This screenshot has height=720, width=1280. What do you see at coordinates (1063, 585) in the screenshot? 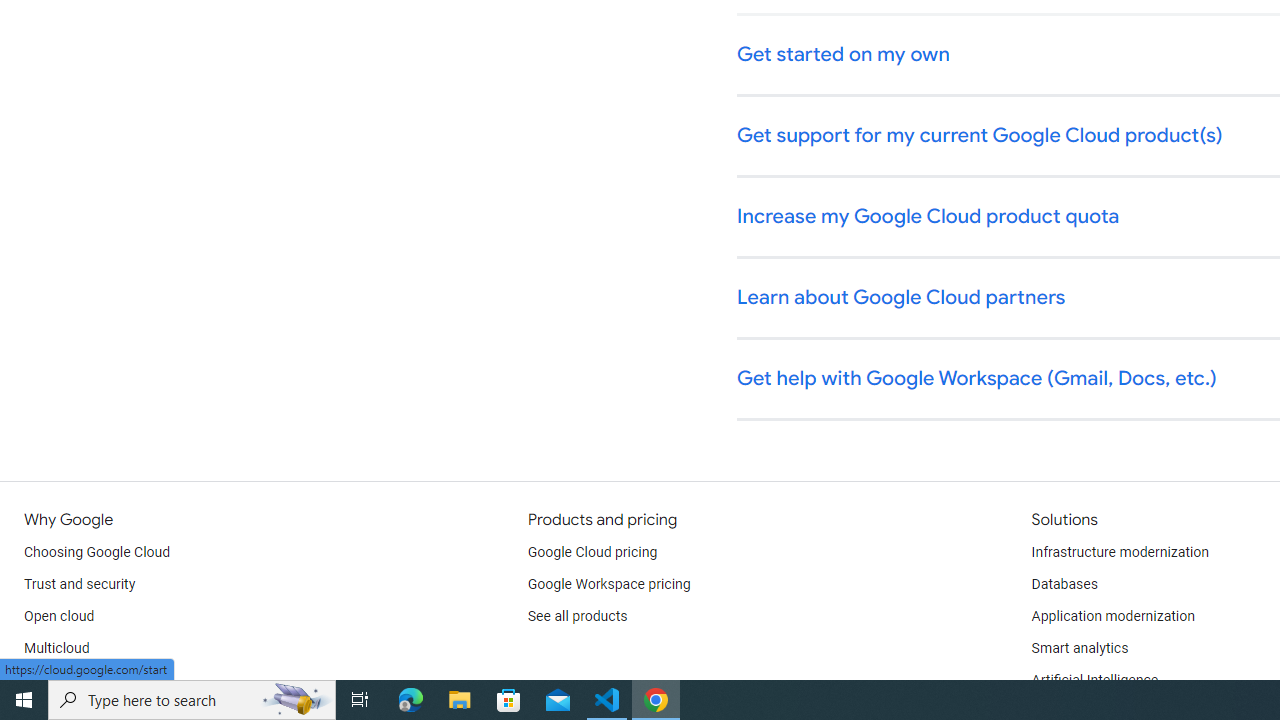
I see `'Databases'` at bounding box center [1063, 585].